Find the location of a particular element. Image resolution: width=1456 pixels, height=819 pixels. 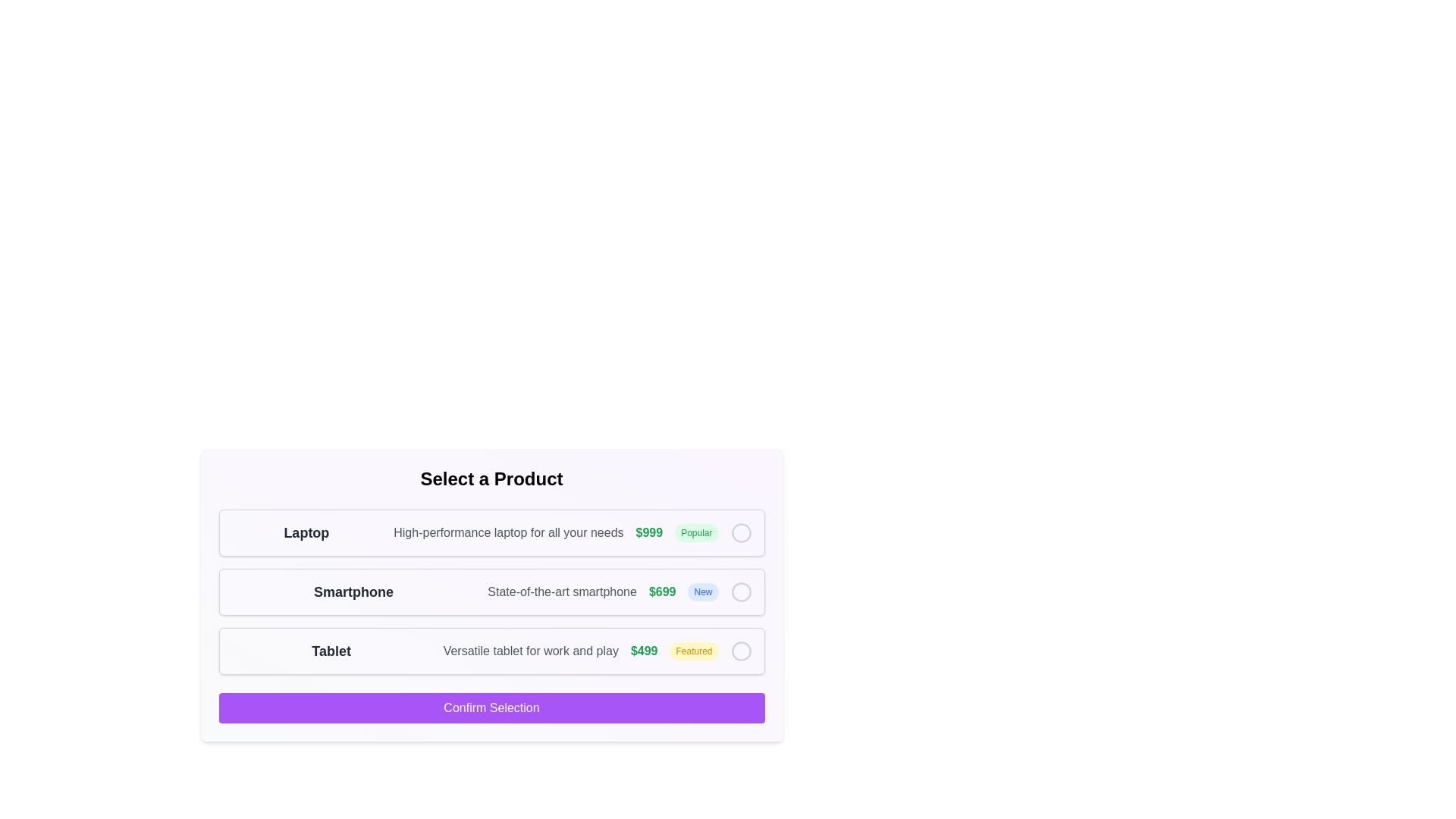

the blue pill-shaped badge labeled 'New' that is located to the immediate right of the price '$699' within the 'Smartphone' product card is located at coordinates (702, 591).